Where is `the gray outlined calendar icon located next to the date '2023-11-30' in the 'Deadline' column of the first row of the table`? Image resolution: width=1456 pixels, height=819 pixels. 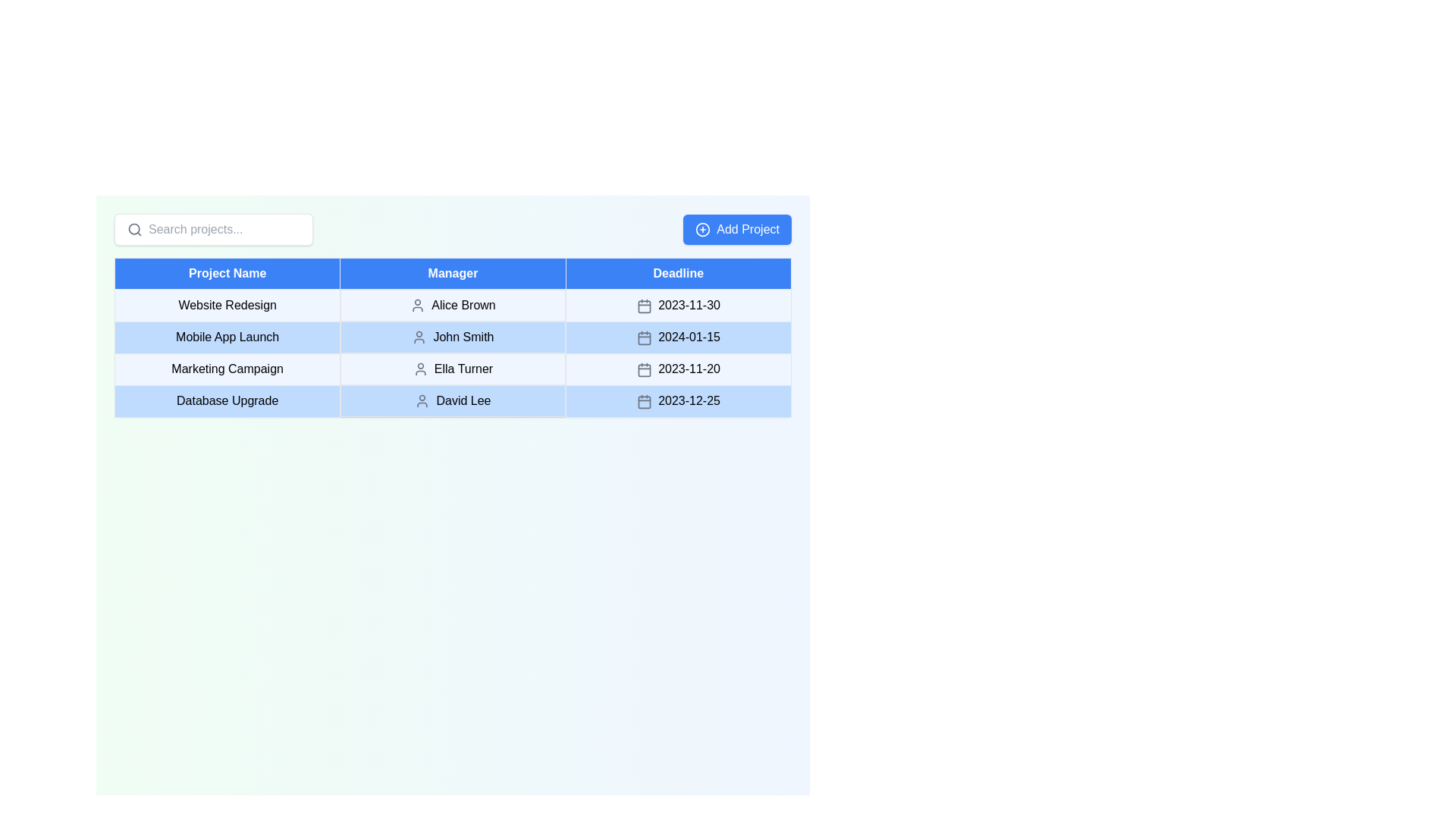 the gray outlined calendar icon located next to the date '2023-11-30' in the 'Deadline' column of the first row of the table is located at coordinates (644, 306).